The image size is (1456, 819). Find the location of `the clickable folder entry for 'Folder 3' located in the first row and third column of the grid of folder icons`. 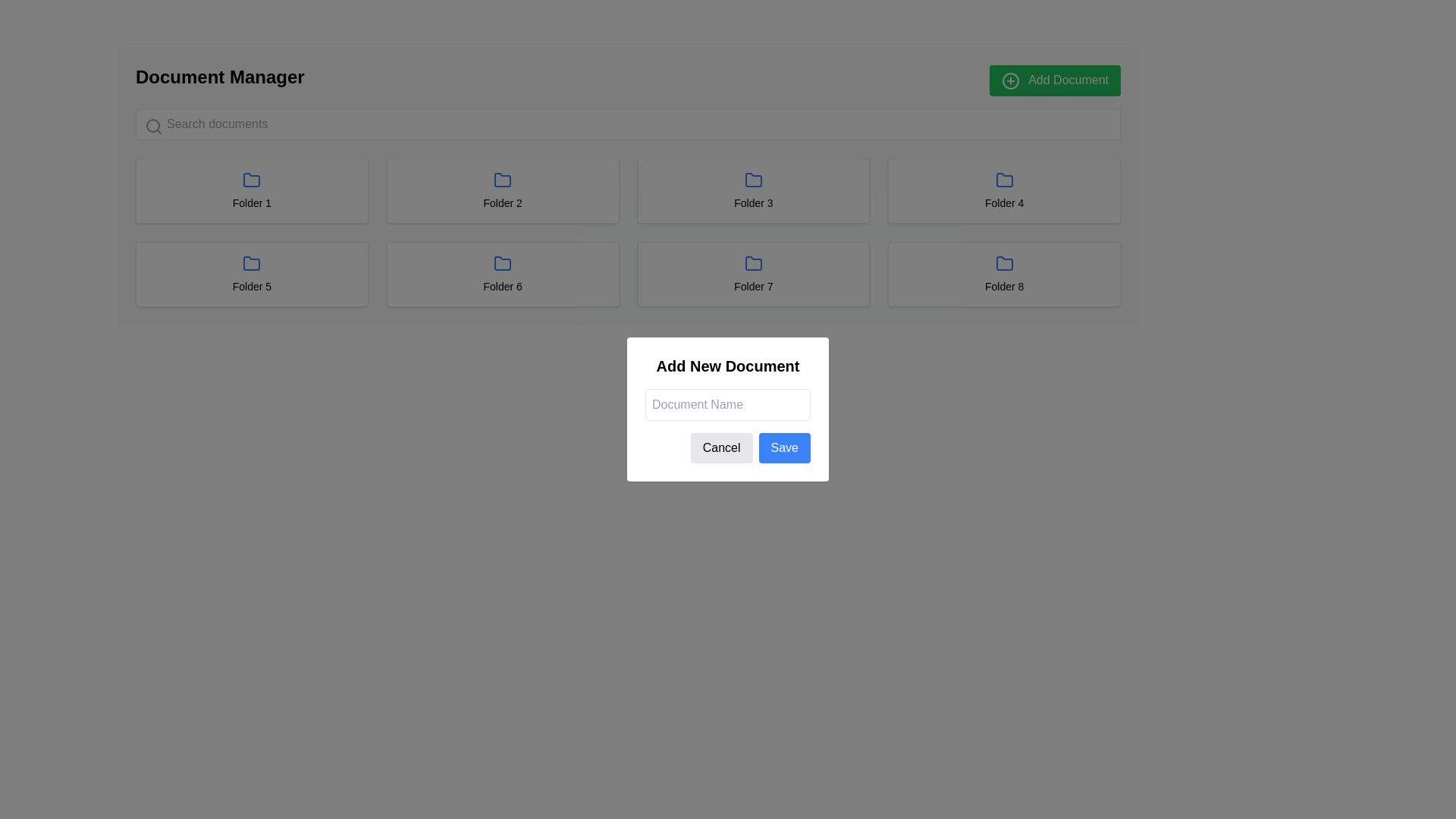

the clickable folder entry for 'Folder 3' located in the first row and third column of the grid of folder icons is located at coordinates (753, 190).